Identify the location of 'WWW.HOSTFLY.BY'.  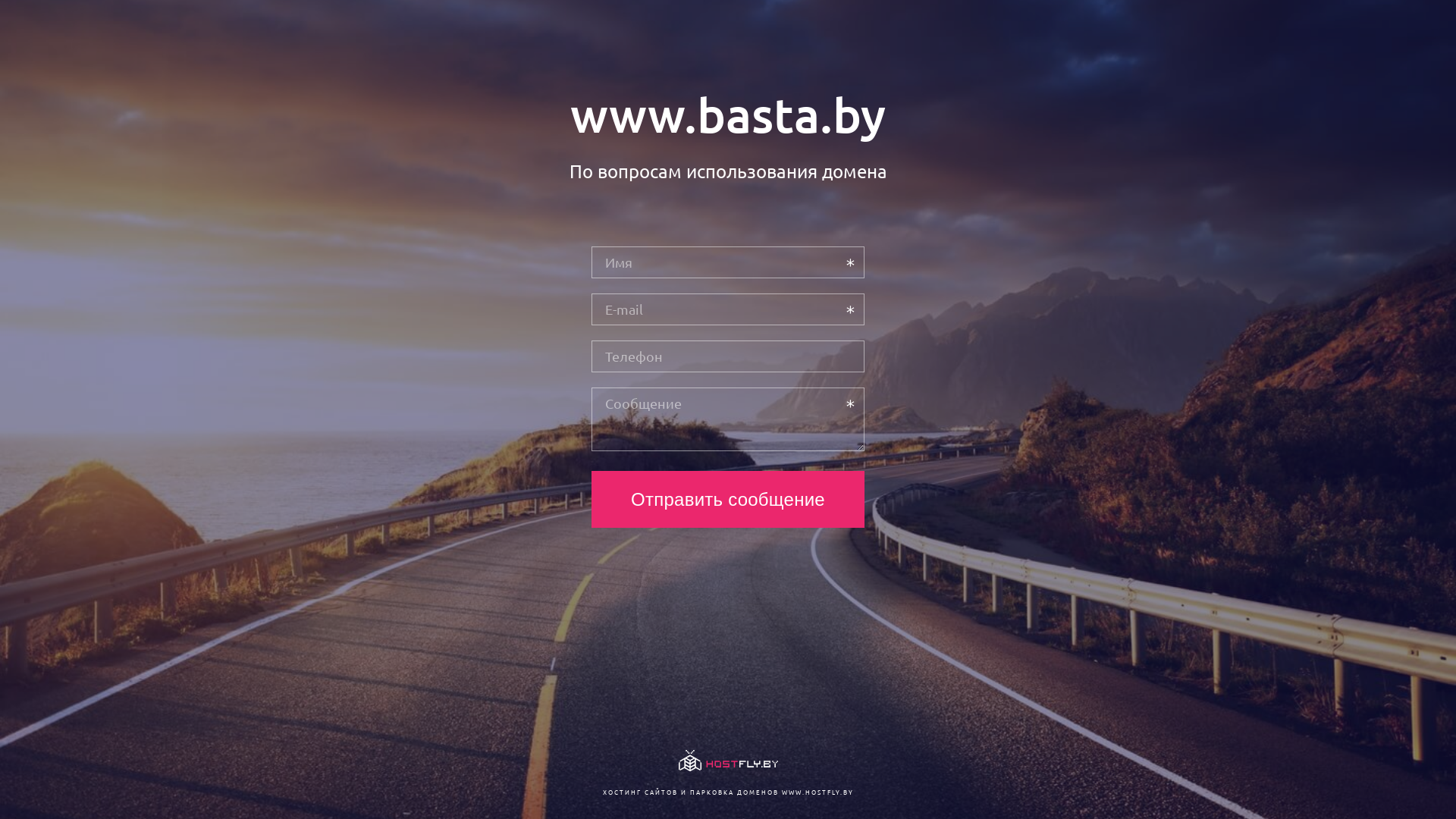
(816, 791).